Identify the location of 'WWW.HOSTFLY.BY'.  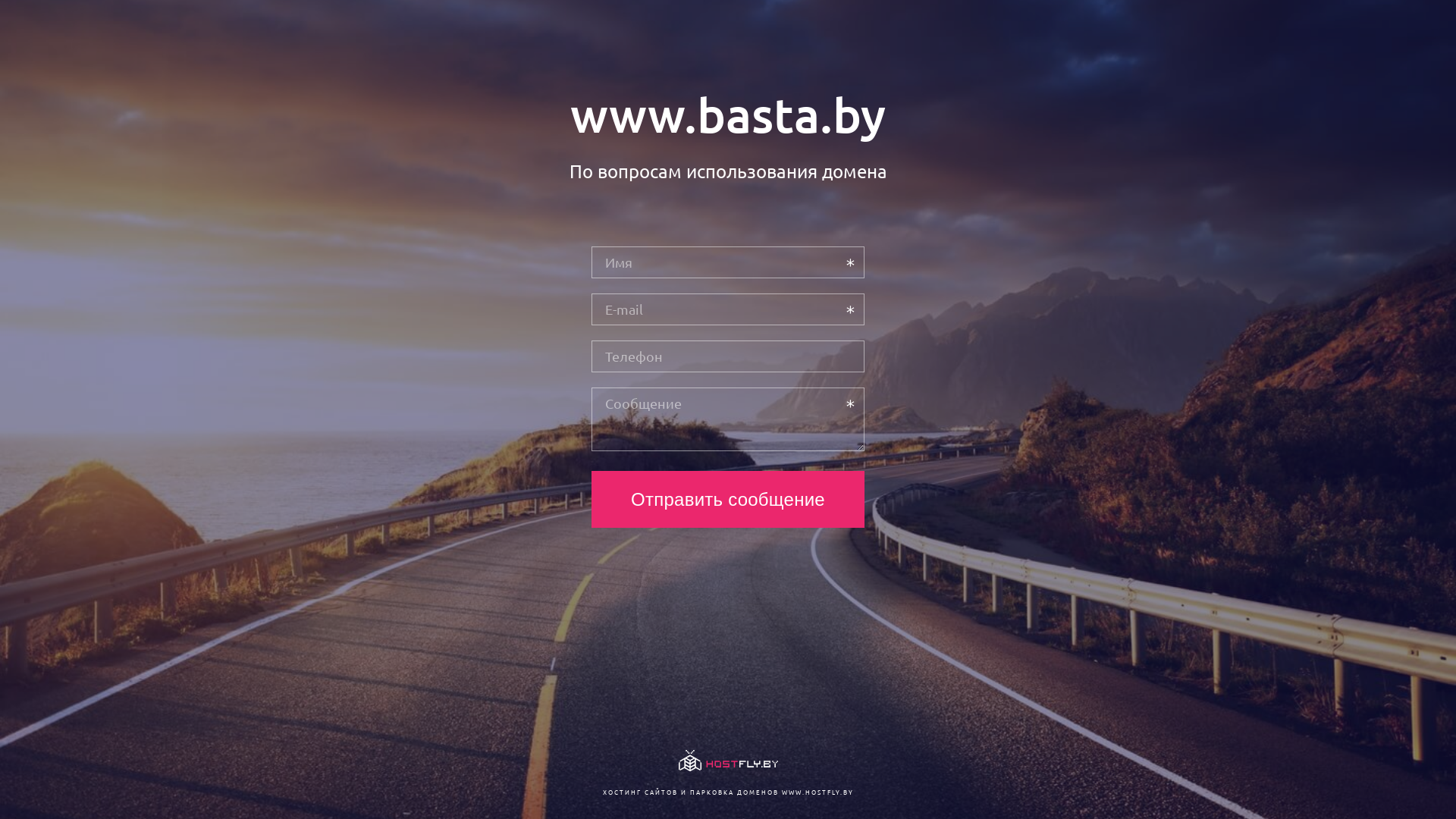
(816, 791).